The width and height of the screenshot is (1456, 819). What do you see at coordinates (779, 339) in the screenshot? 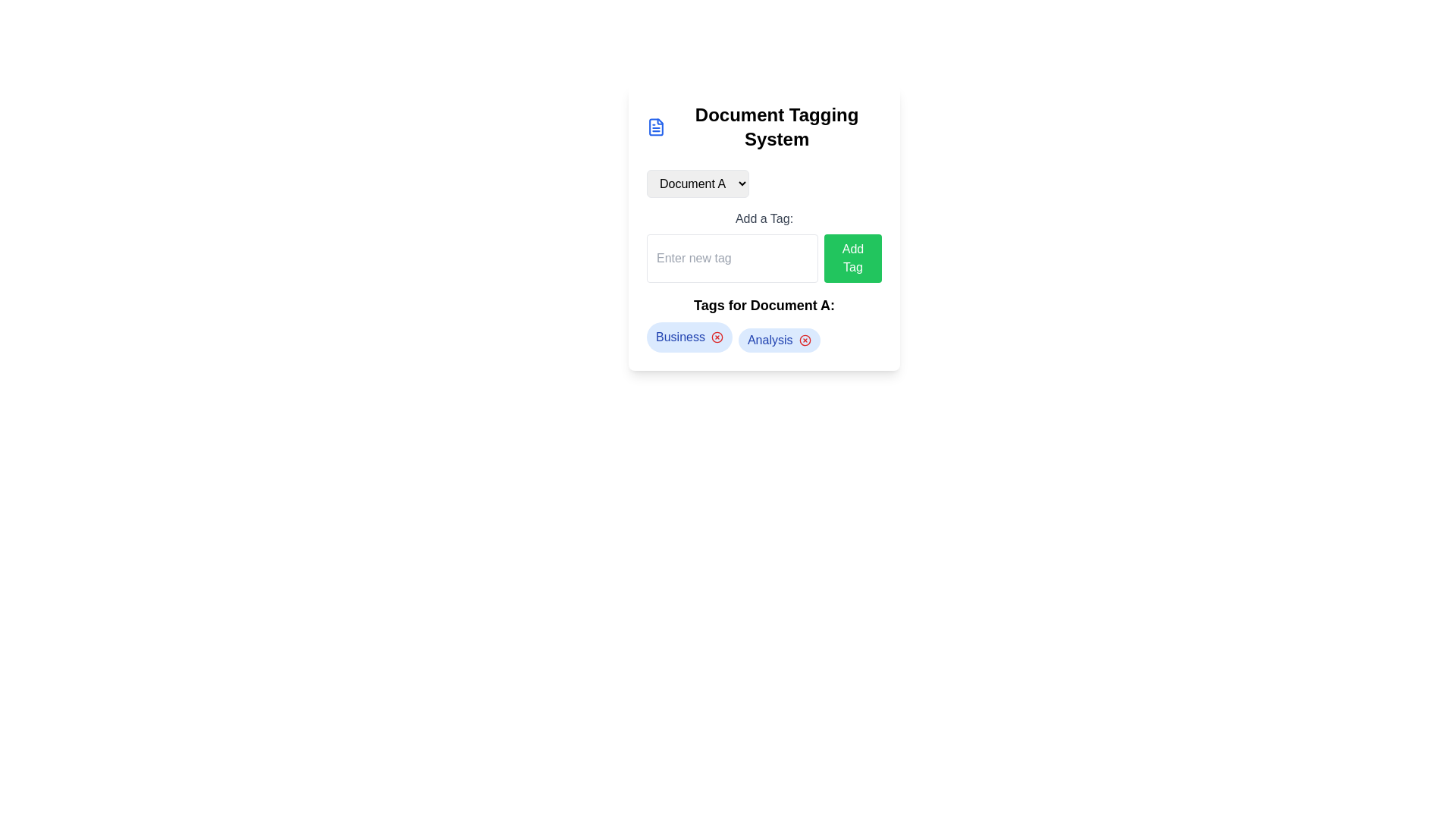
I see `the tag representing the category or label assigned to Document A, located to the right of the 'Business' tag, which includes a removal option` at bounding box center [779, 339].